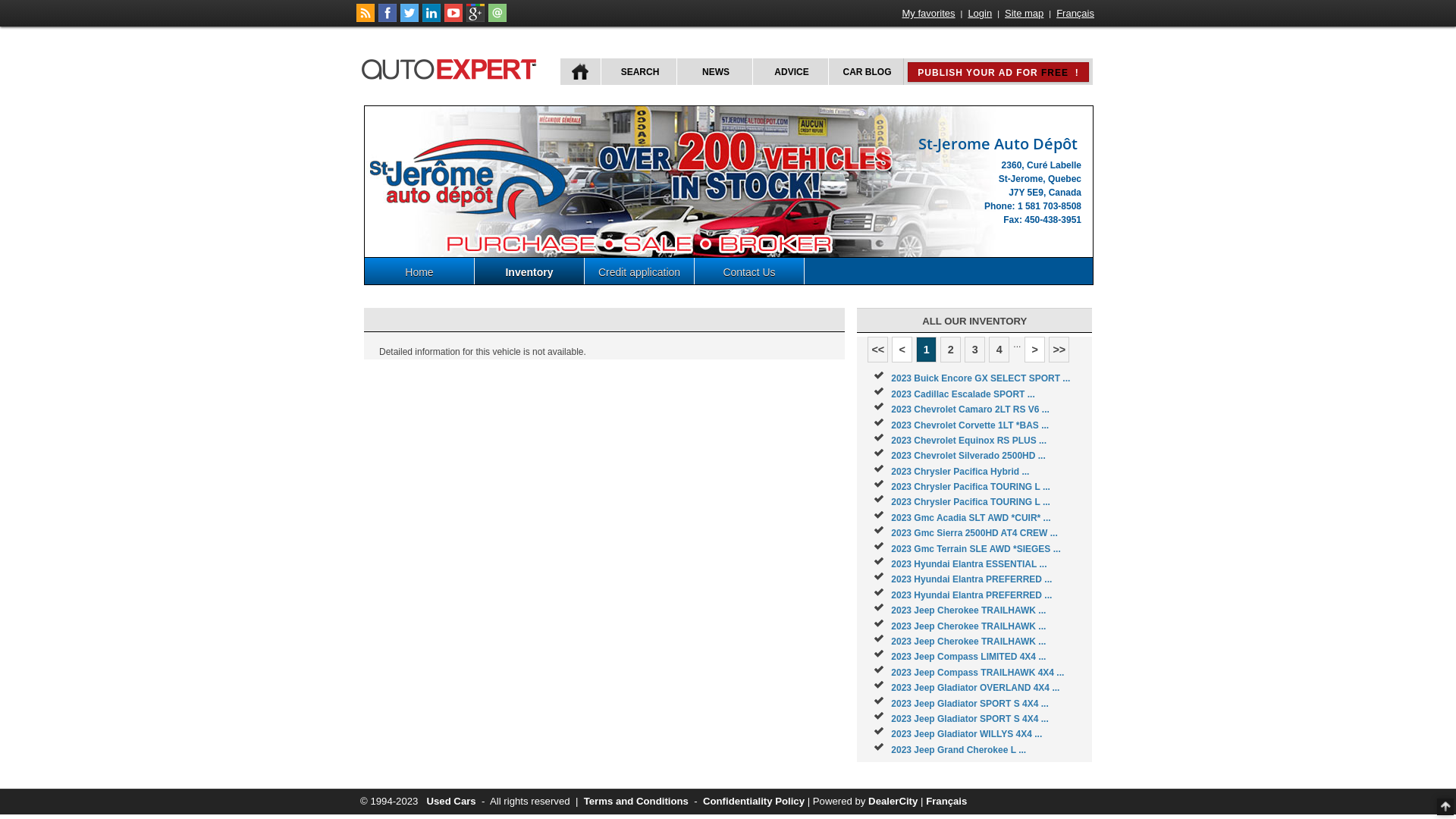  I want to click on '2023 Chrysler Pacifica TOURING L ...', so click(971, 502).